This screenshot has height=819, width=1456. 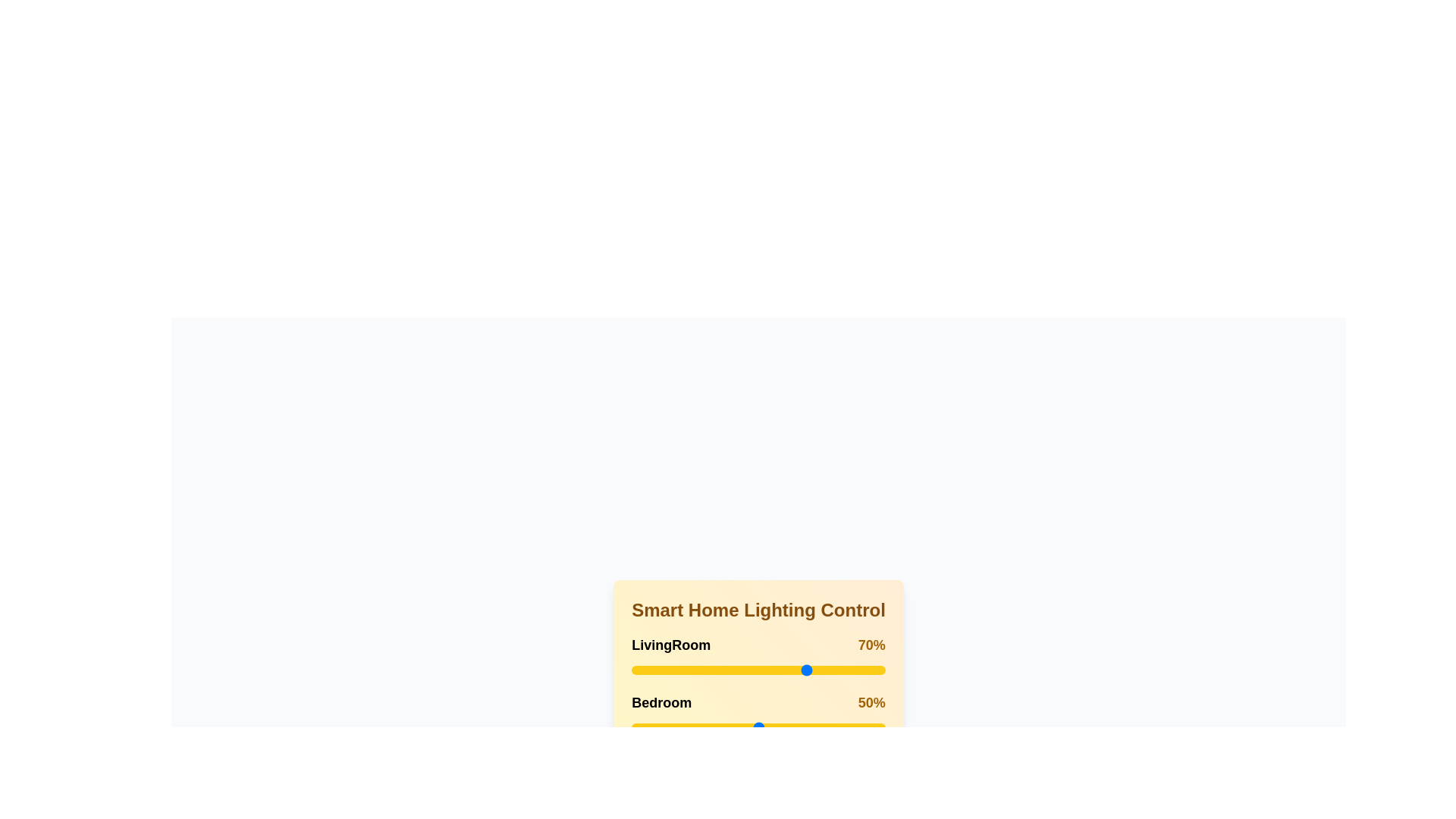 I want to click on the lighting control value, so click(x=639, y=669).